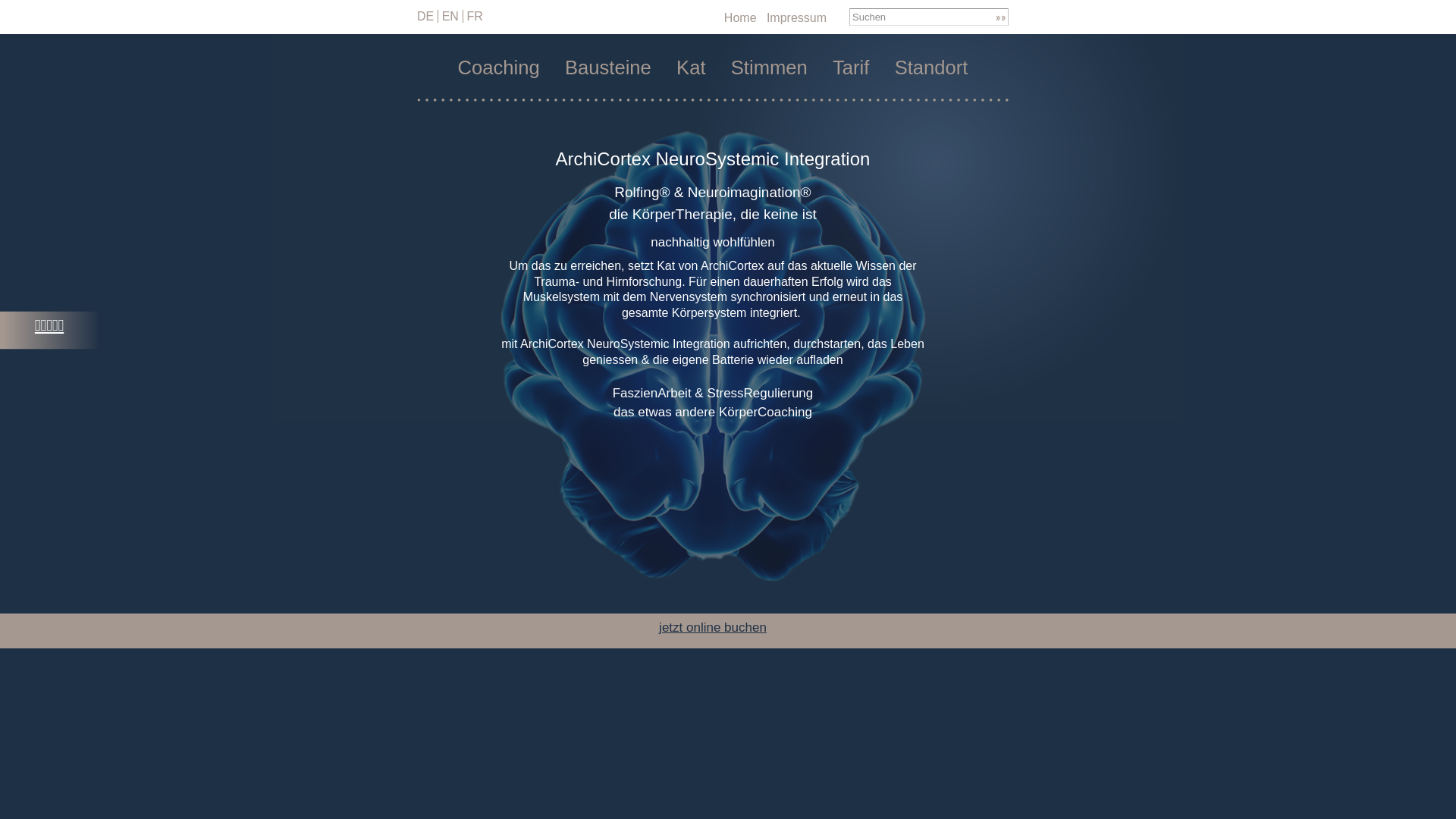  I want to click on 'Coaching', so click(498, 67).